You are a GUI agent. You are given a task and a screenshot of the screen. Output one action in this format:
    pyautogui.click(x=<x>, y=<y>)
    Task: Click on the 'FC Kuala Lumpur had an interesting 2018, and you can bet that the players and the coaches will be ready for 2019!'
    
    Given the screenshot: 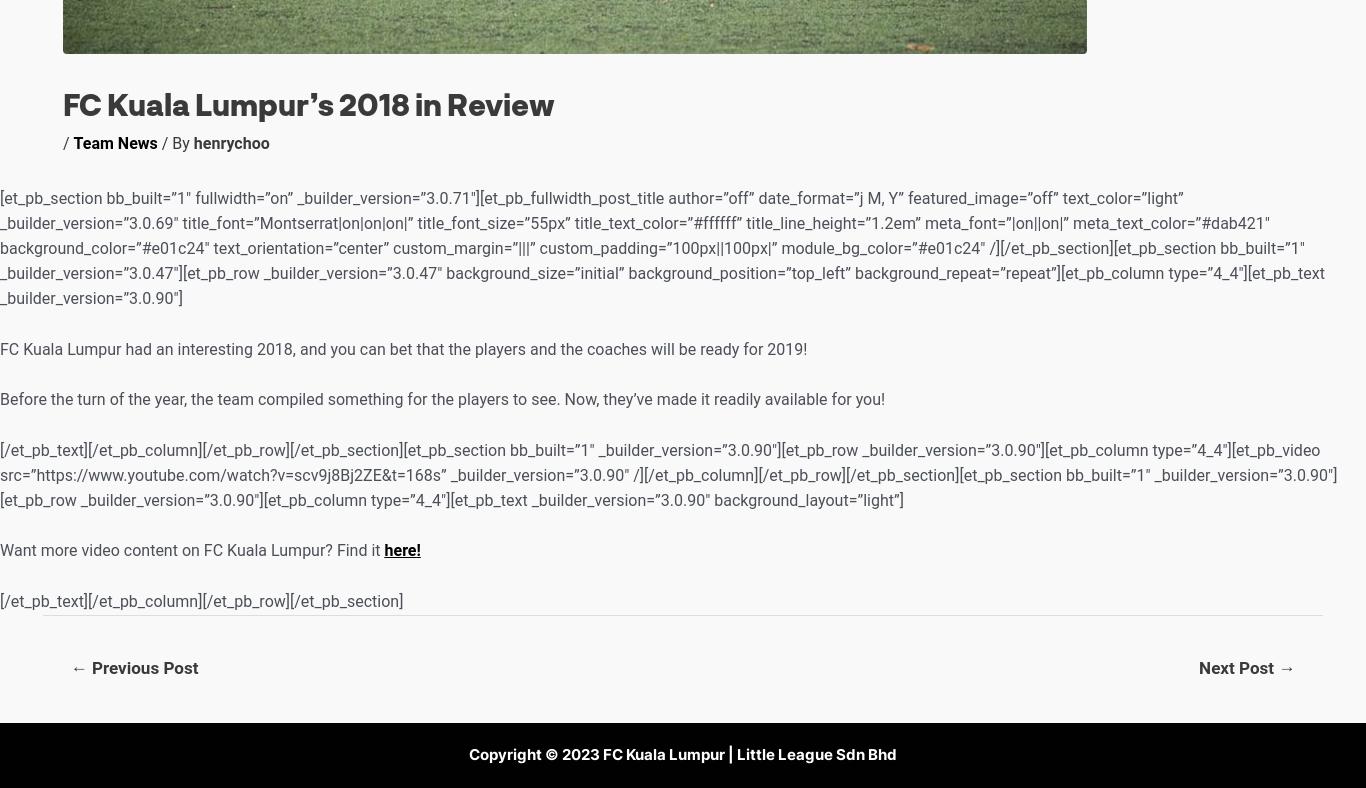 What is the action you would take?
    pyautogui.click(x=402, y=348)
    